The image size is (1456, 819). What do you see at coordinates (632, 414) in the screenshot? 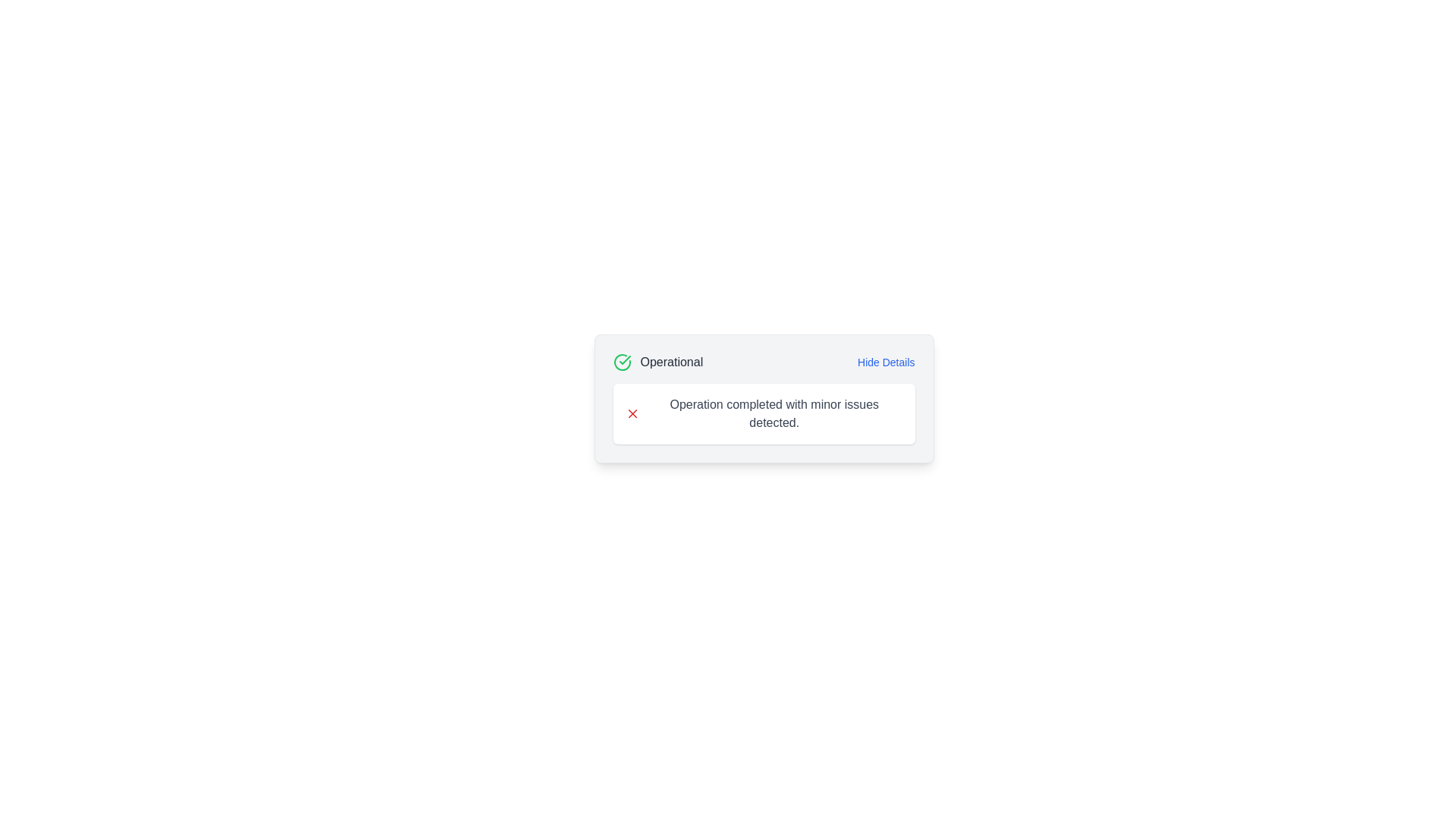
I see `the Icon button located in the lower portion of the 'Operational' notification box, just before the text 'Operation completed with minor issues detected.'` at bounding box center [632, 414].